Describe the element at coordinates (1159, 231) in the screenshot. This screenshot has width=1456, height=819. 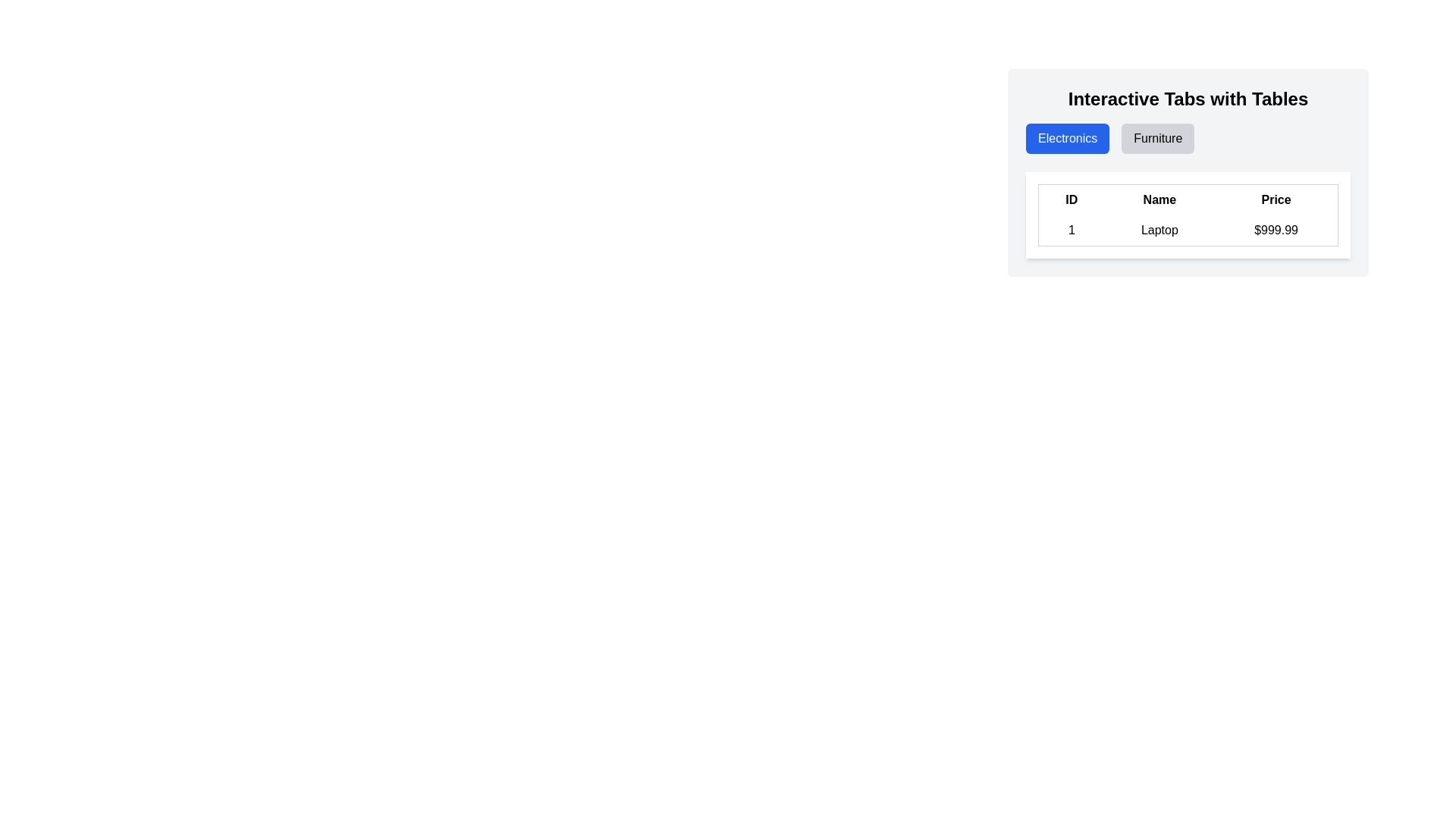
I see `the text label that contains the text 'Laptop', which is centrally aligned in the 'Name' column of the table, positioned between the 'ID' and 'Price' columns` at that location.